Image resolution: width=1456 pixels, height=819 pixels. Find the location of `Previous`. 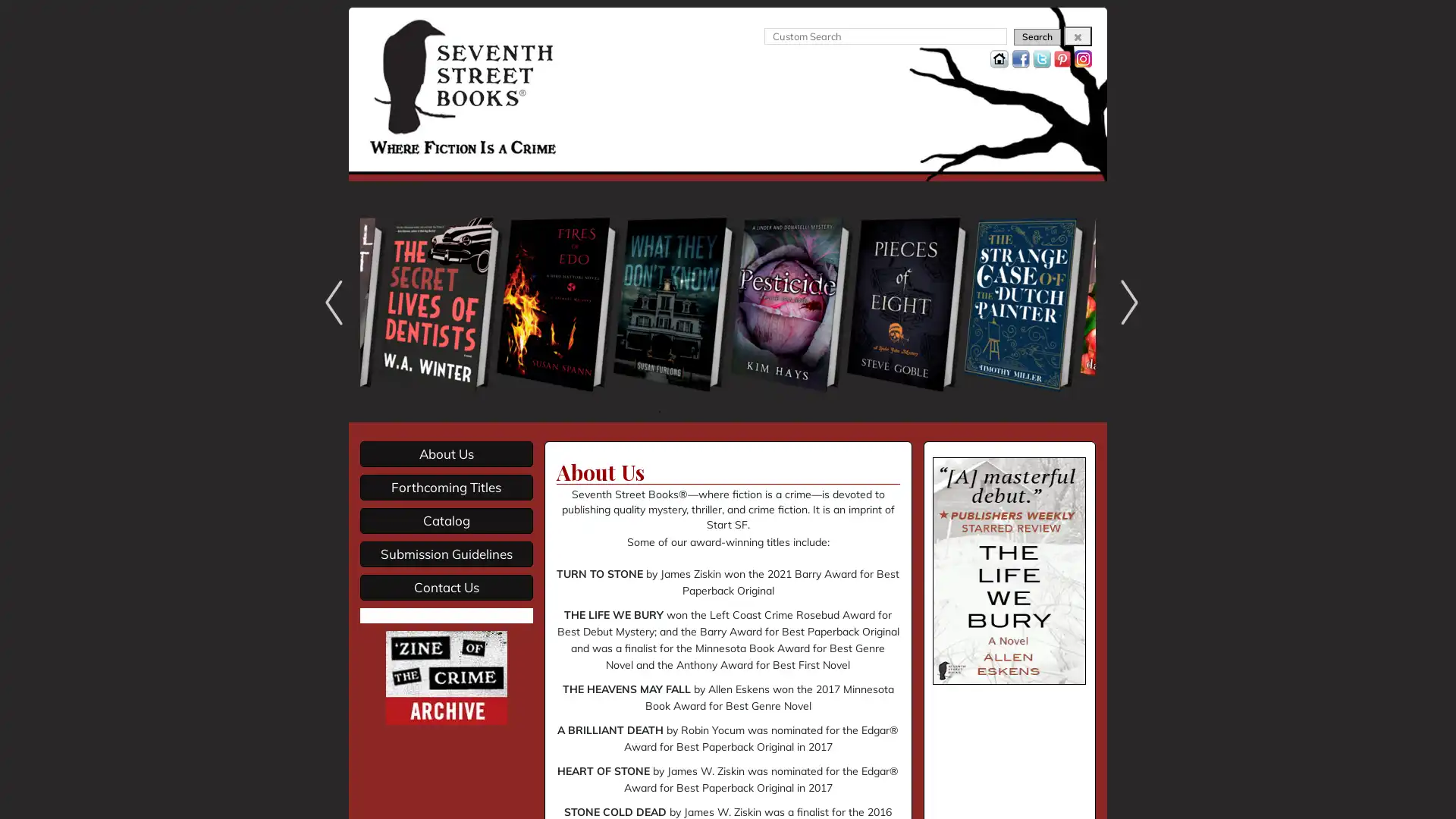

Previous is located at coordinates (329, 302).